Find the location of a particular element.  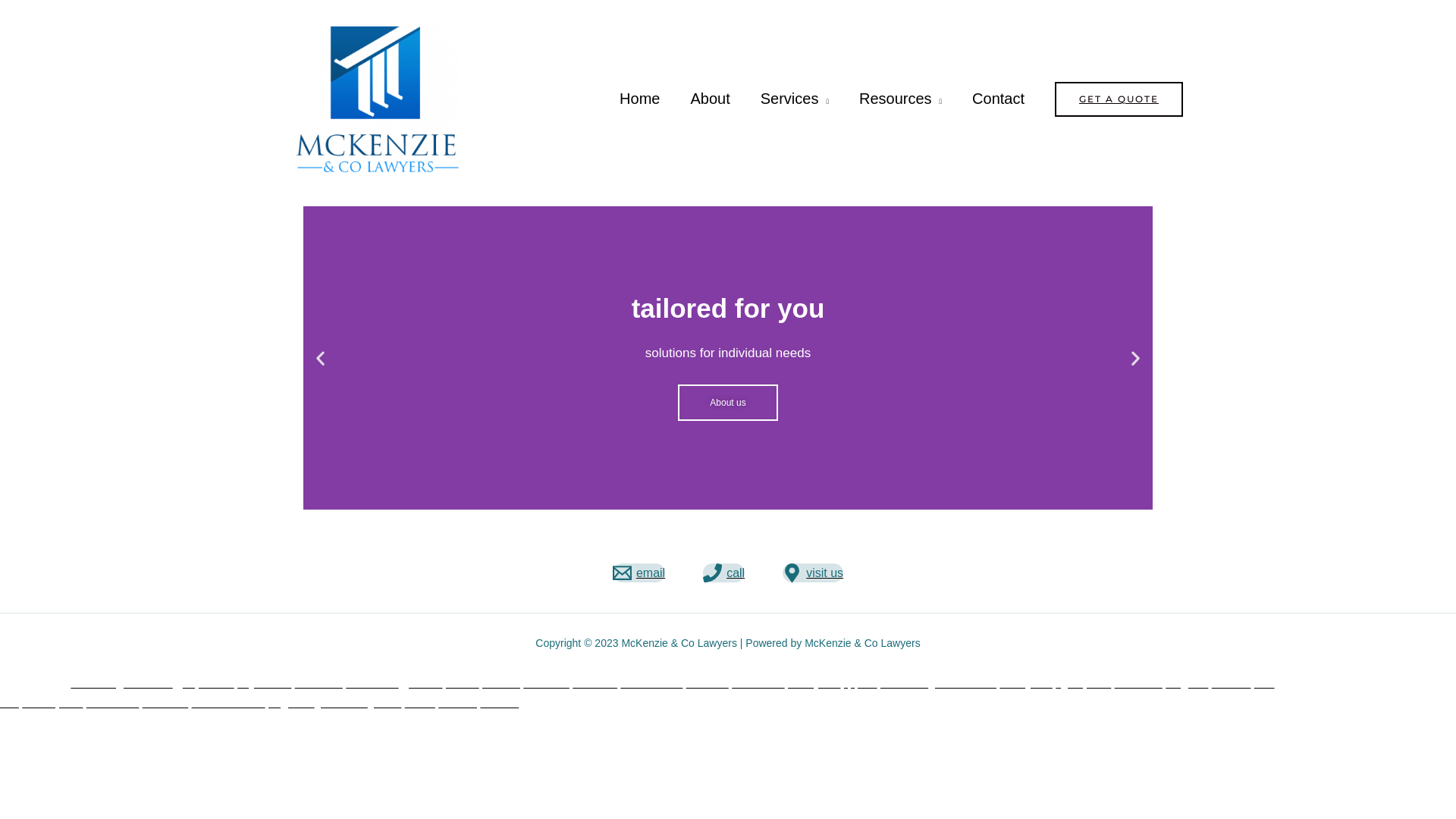

'About us' is located at coordinates (726, 402).